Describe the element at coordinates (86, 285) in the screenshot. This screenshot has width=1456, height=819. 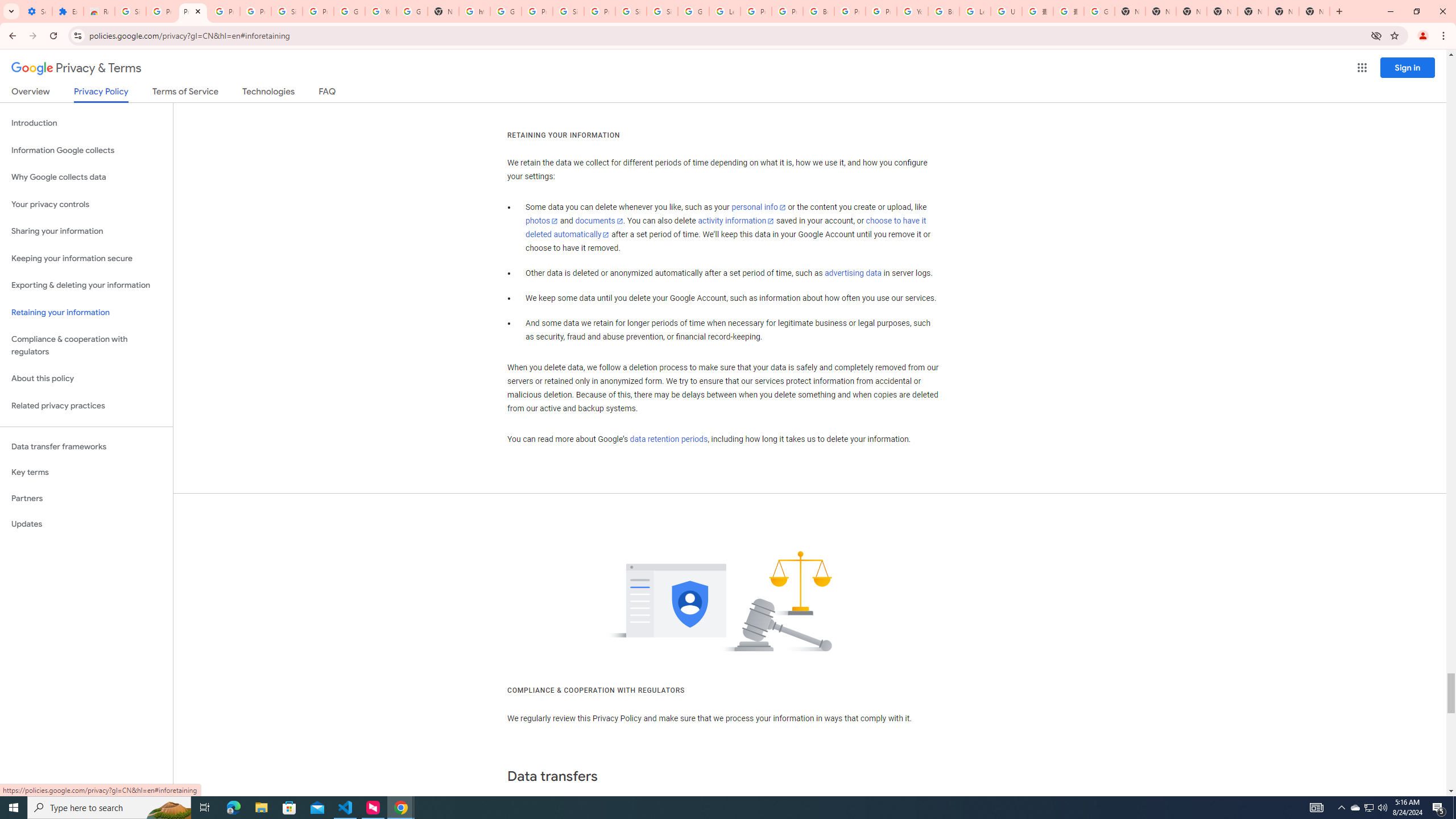
I see `'Exporting & deleting your information'` at that location.